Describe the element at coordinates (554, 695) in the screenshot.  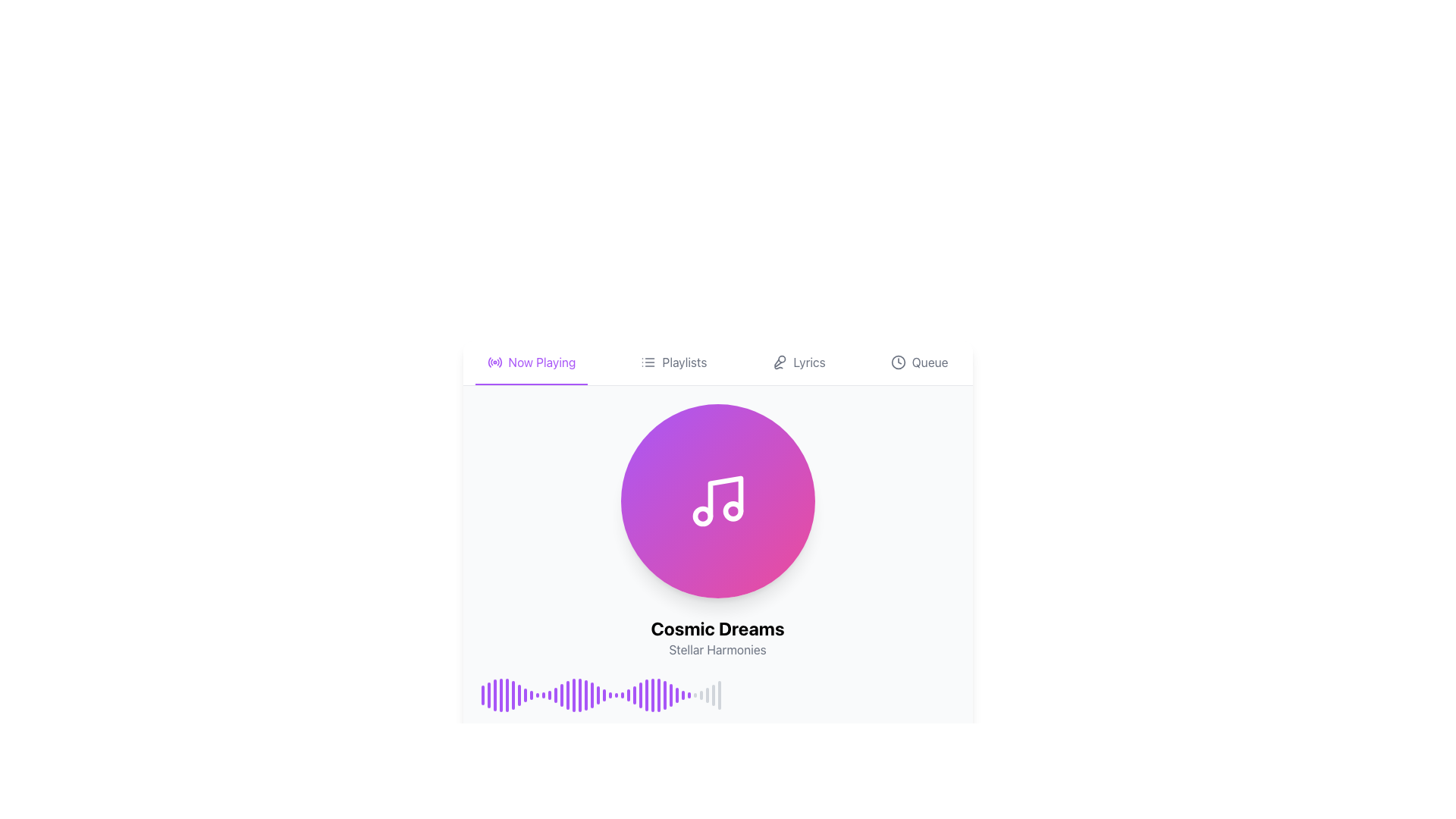
I see `the 13th waveform bar in the audio display, which visually represents a specific value or amplitude, located beneath the text description of the current song` at that location.